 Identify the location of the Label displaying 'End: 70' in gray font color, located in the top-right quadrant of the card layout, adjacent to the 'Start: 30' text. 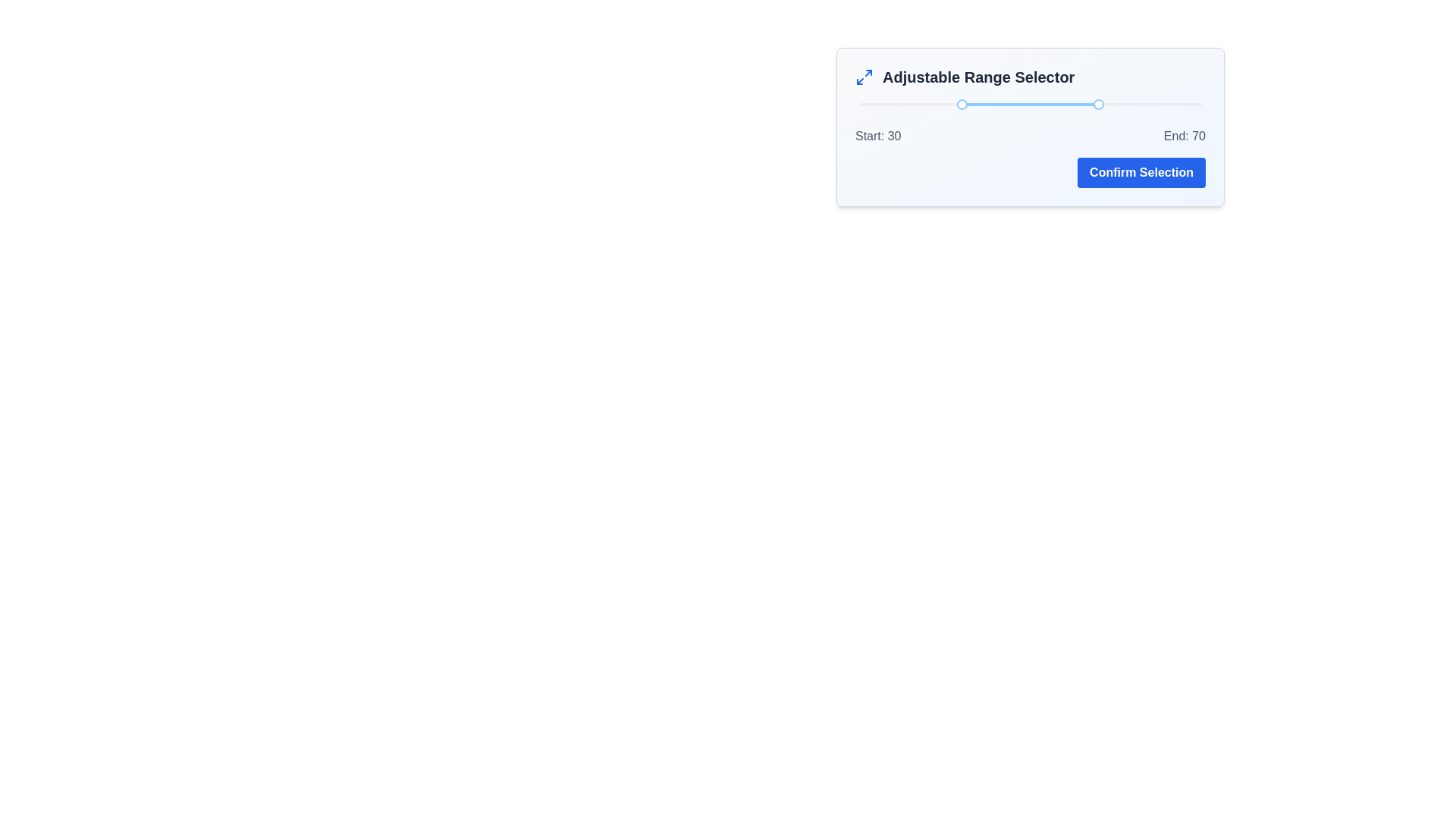
(1184, 136).